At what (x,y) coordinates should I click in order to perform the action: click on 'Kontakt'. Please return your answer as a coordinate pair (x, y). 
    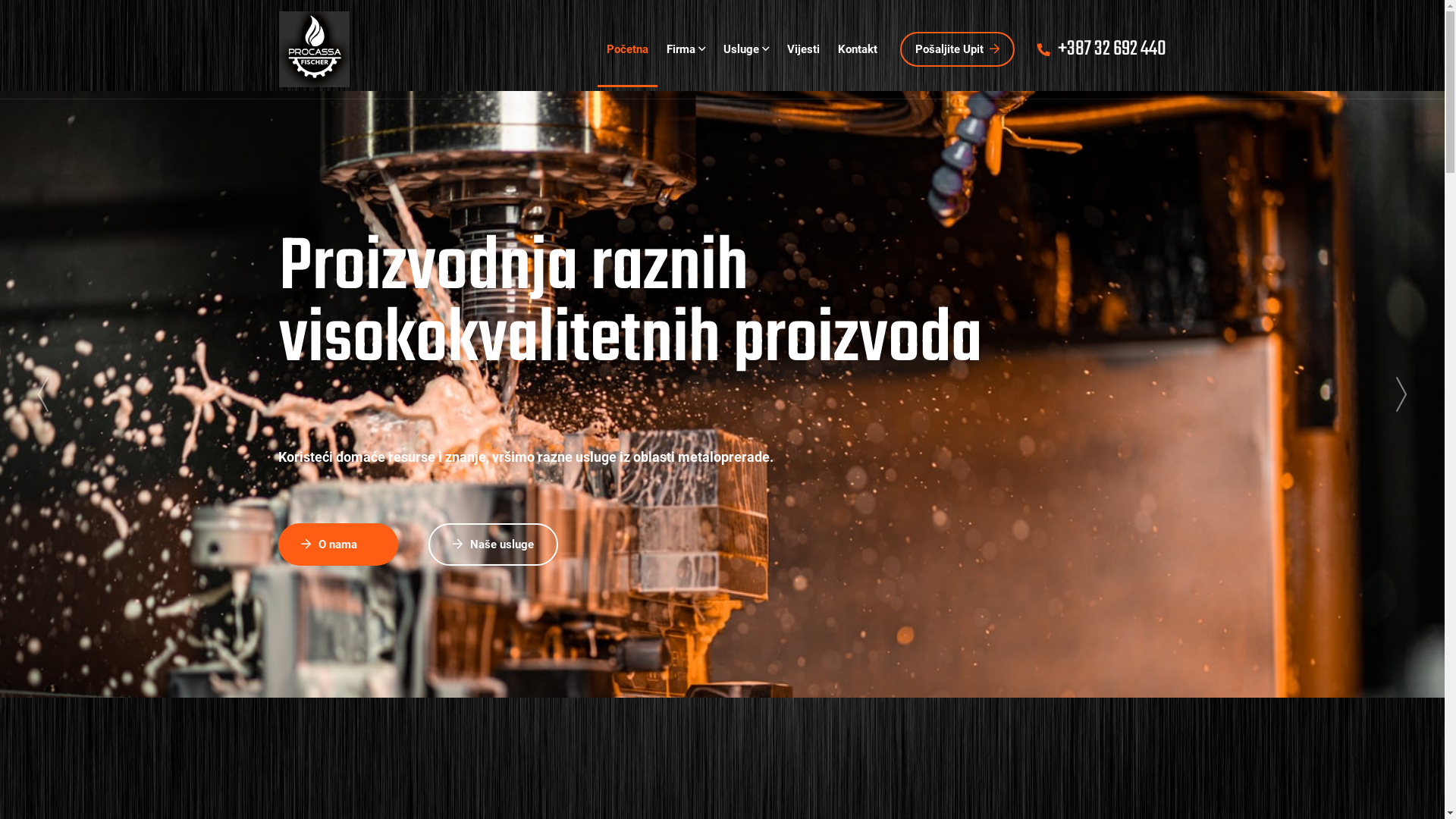
    Looking at the image, I should click on (827, 49).